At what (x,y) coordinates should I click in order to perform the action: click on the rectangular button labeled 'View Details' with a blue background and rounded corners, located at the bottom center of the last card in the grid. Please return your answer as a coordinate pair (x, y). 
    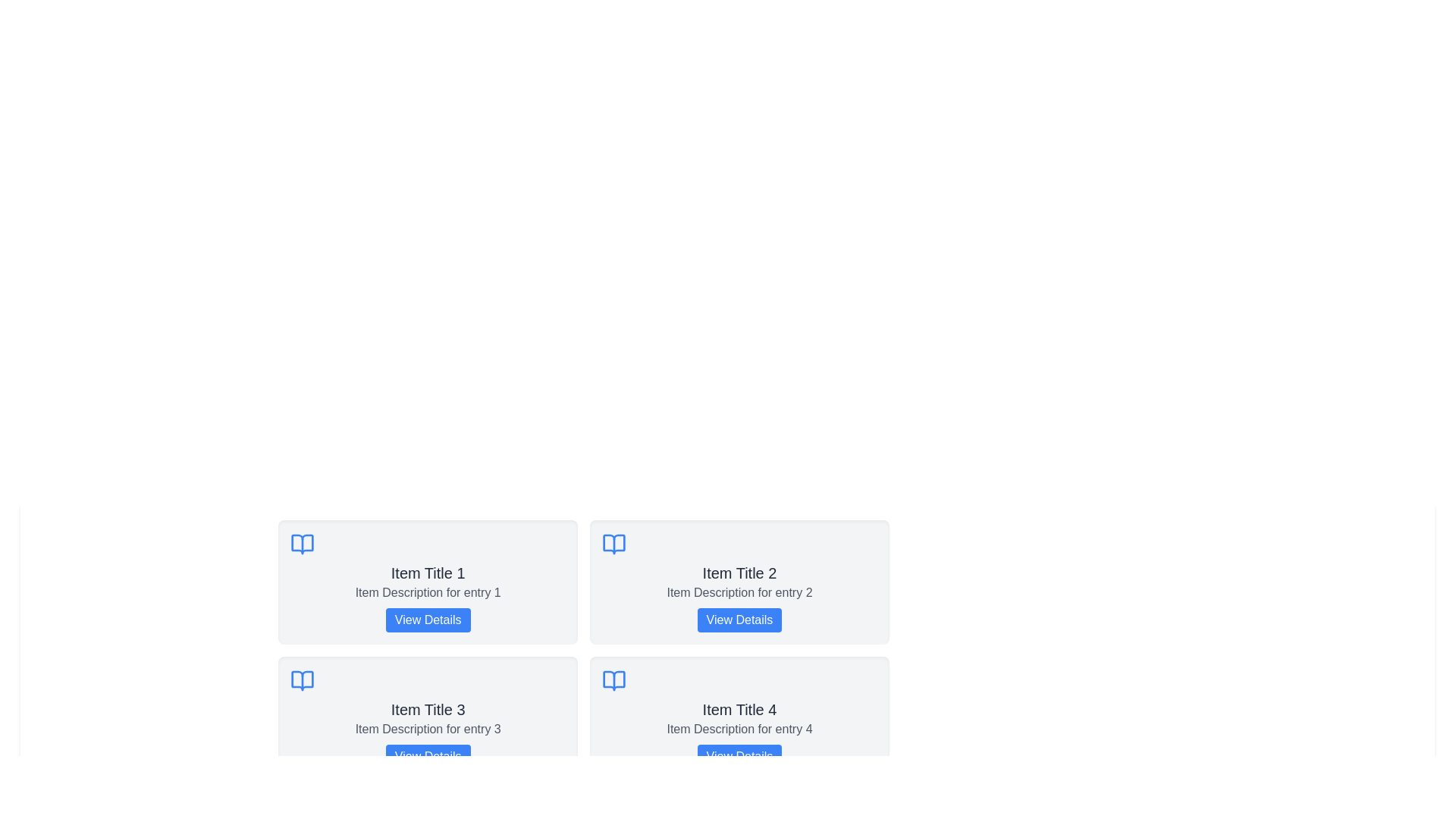
    Looking at the image, I should click on (739, 757).